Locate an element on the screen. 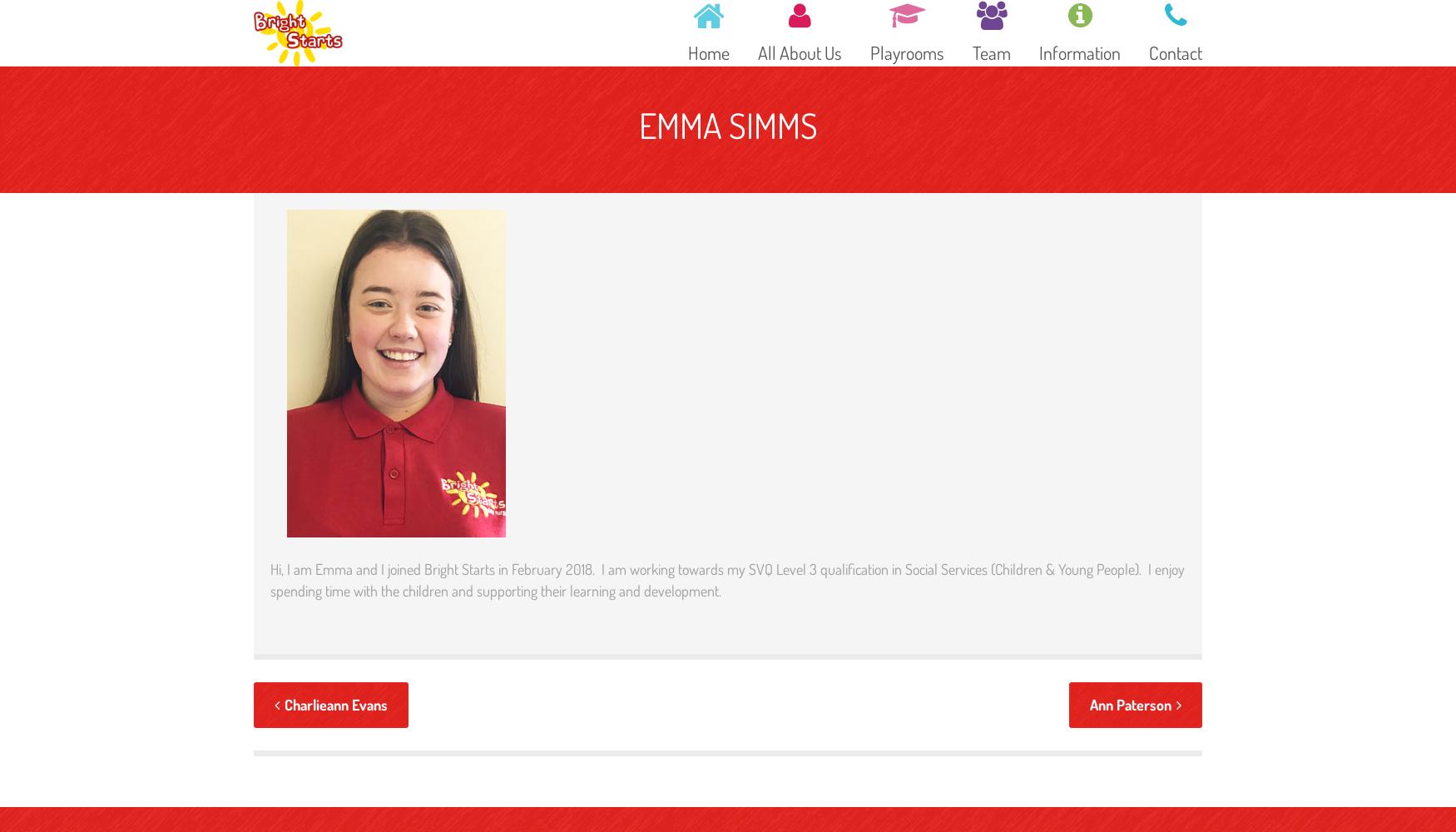  'Home' is located at coordinates (709, 52).